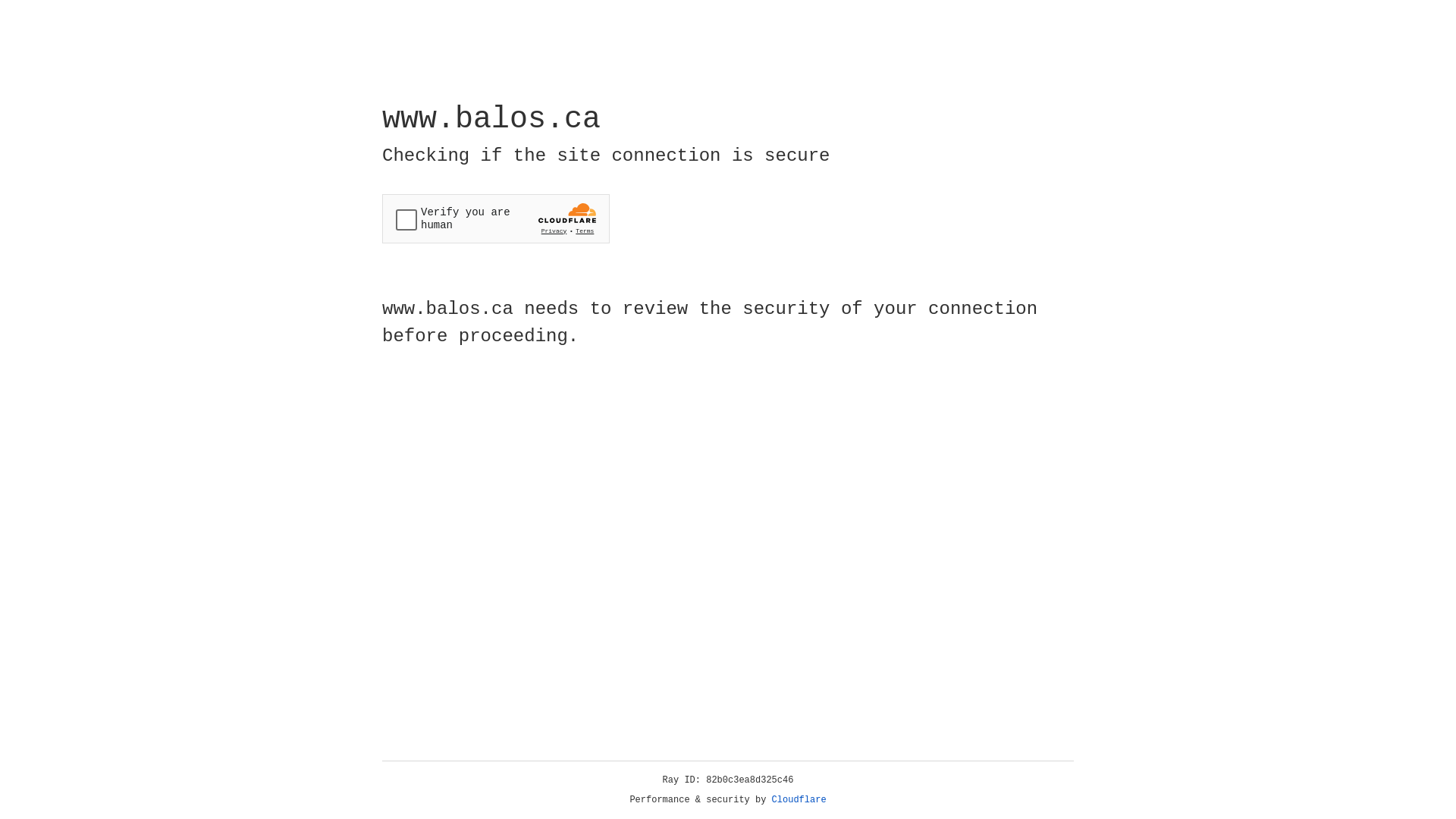 Image resolution: width=1456 pixels, height=819 pixels. Describe the element at coordinates (495, 218) in the screenshot. I see `'Widget containing a Cloudflare security challenge'` at that location.